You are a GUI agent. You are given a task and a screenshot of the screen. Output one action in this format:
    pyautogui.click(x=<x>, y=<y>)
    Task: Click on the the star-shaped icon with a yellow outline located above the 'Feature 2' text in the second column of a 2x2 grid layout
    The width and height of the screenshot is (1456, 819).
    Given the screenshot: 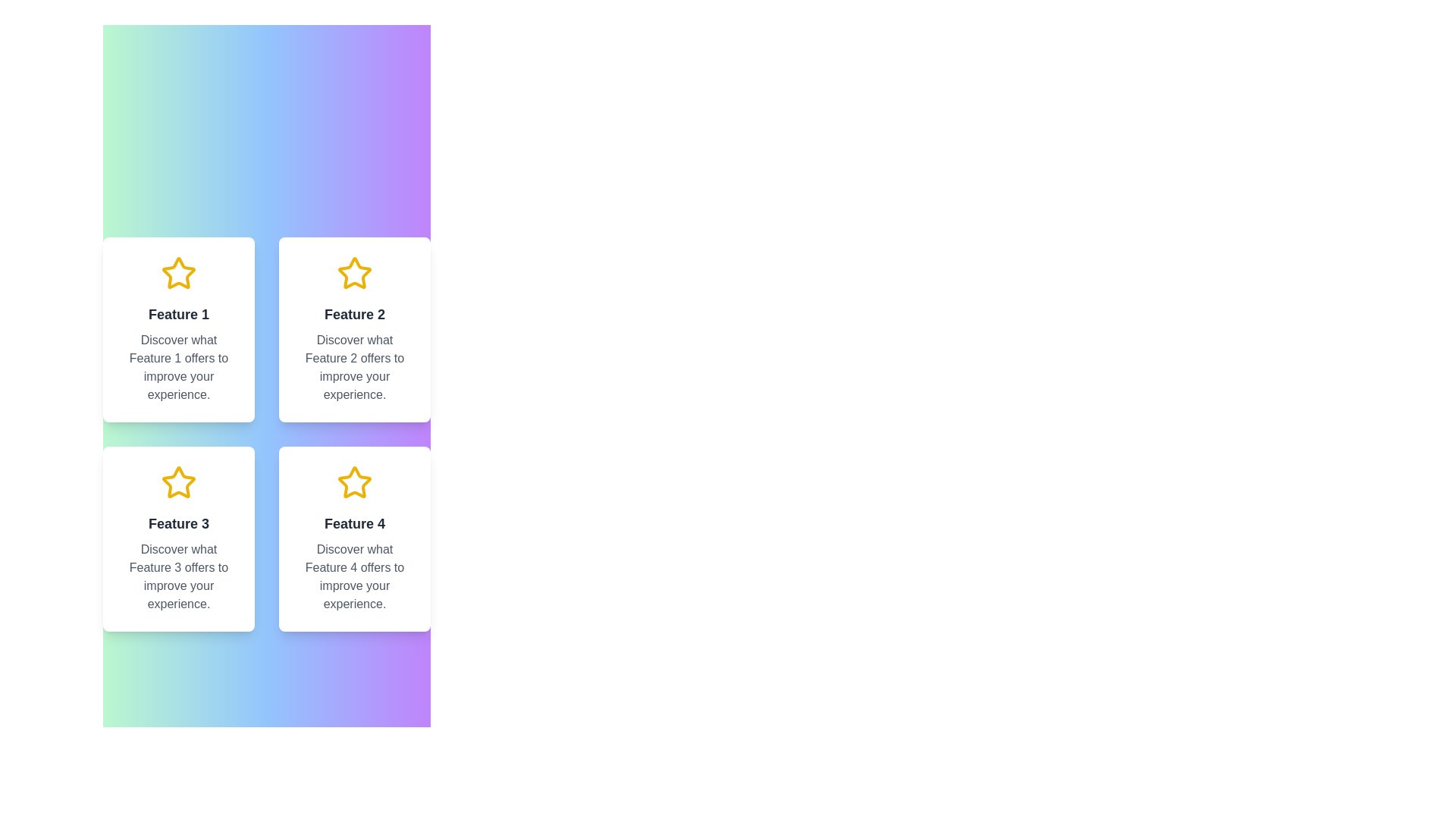 What is the action you would take?
    pyautogui.click(x=353, y=274)
    